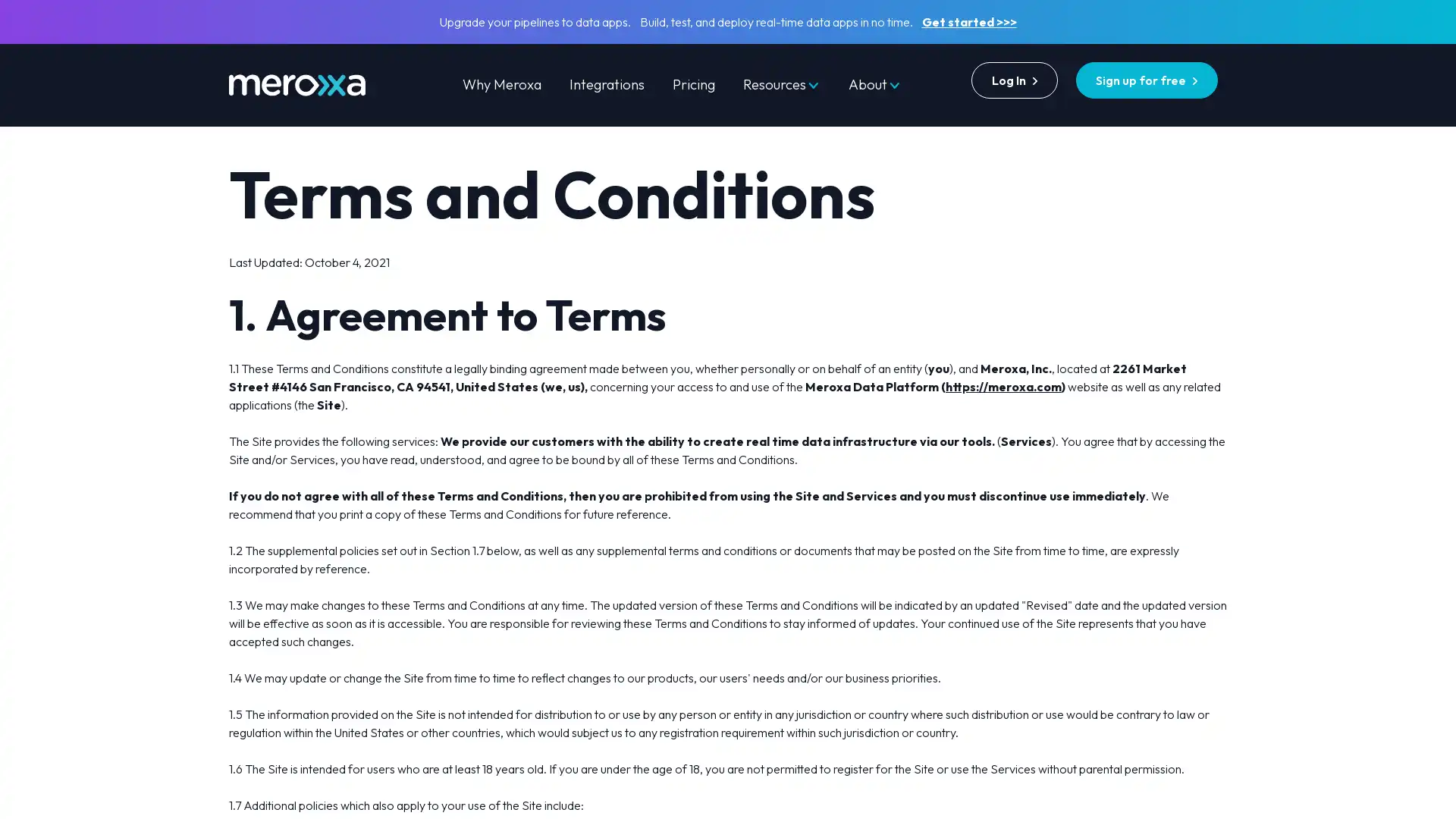 This screenshot has height=819, width=1456. Describe the element at coordinates (874, 84) in the screenshot. I see `About` at that location.